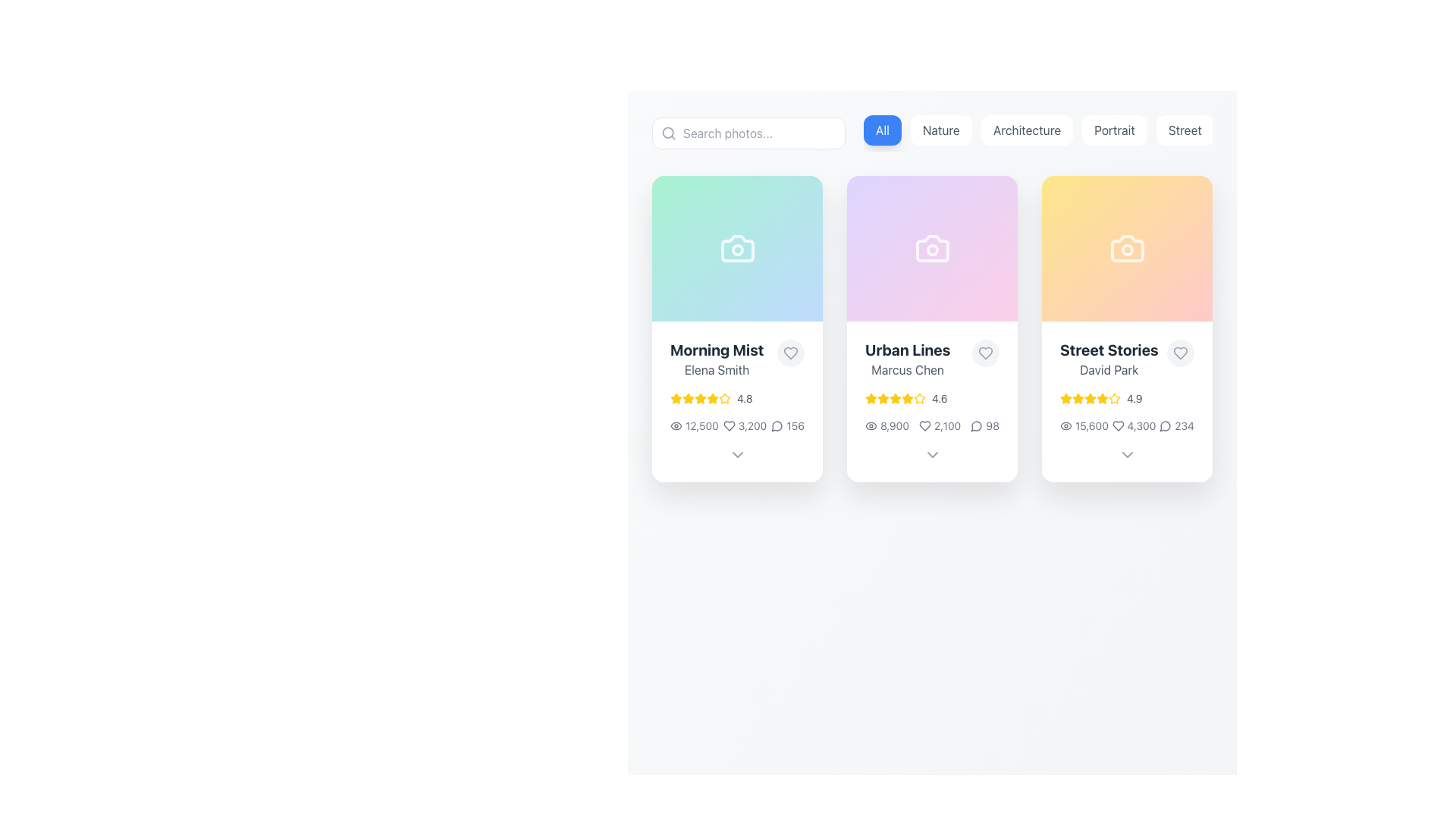 The width and height of the screenshot is (1456, 819). I want to click on the second golden yellow star icon in the rating system under the 'Morning Mist' card authored by 'Elena Smith', so click(687, 397).